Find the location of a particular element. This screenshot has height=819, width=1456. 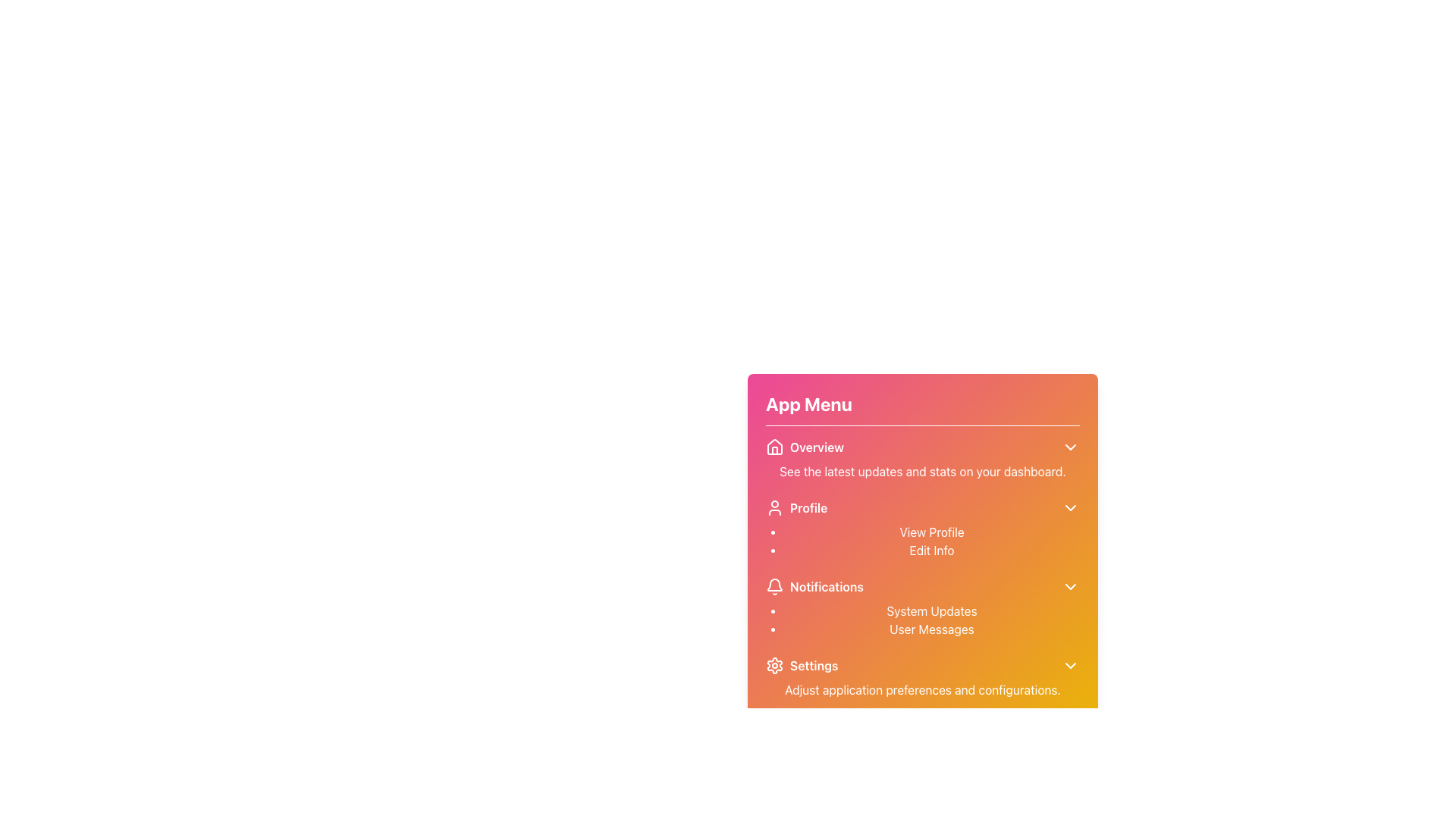

the Text Label indicating the profile options section of the menu, which is positioned to the right of a user icon within the 'App Menu' section is located at coordinates (808, 508).